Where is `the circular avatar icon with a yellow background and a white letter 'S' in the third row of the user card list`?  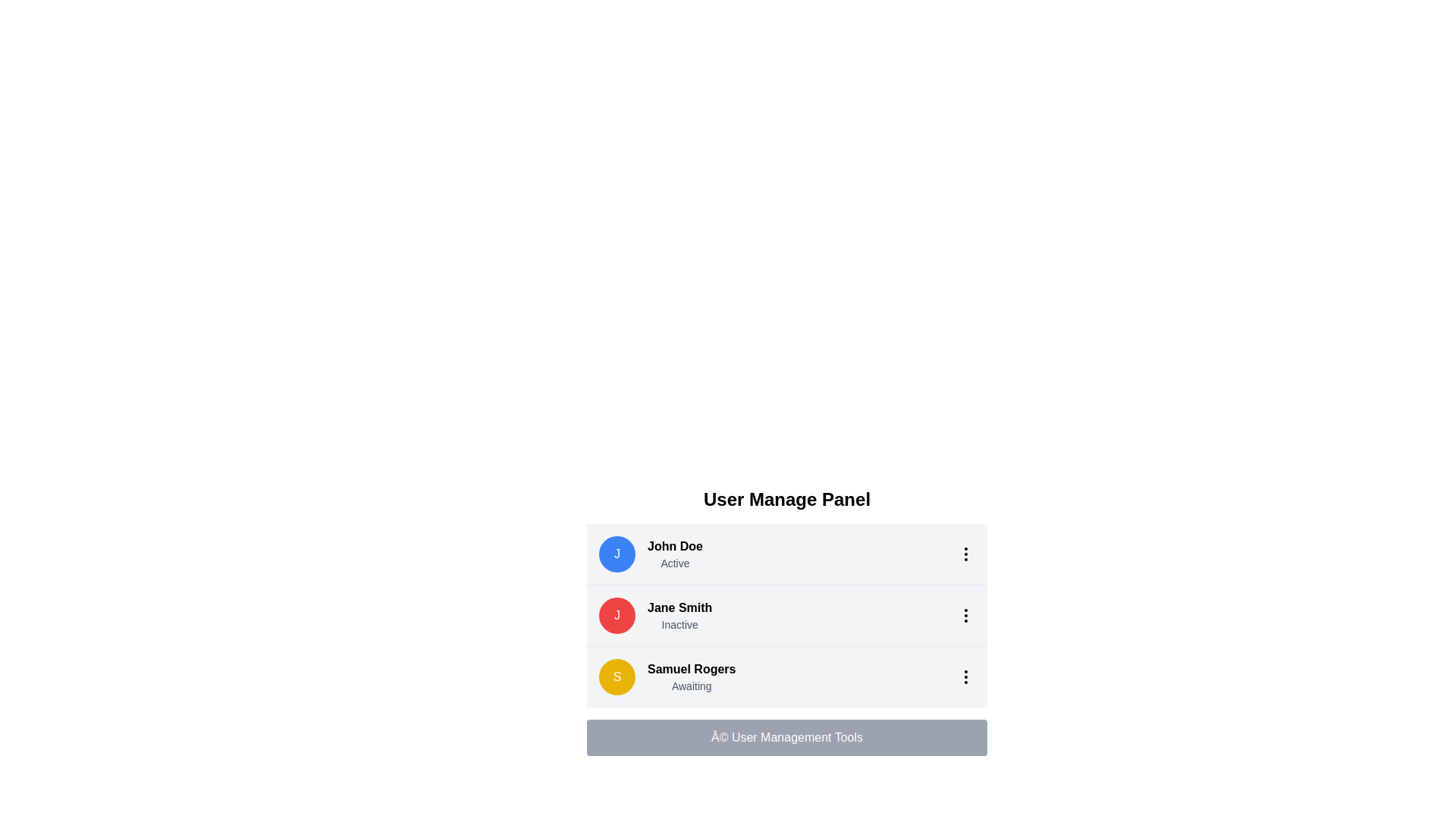 the circular avatar icon with a yellow background and a white letter 'S' in the third row of the user card list is located at coordinates (617, 676).